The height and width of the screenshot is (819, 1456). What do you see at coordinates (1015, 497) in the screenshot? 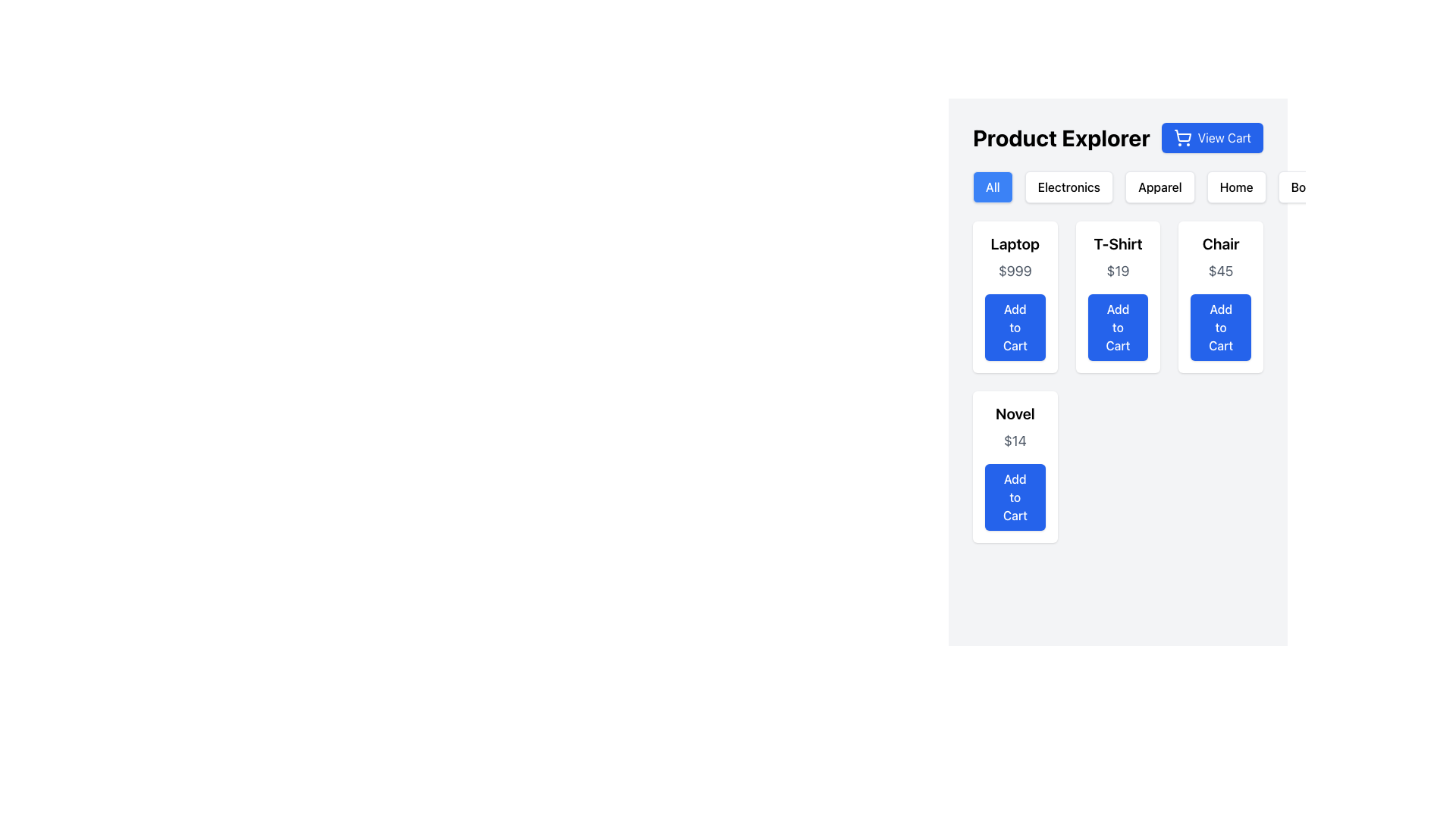
I see `the 'Add to Cart' button for the product 'Novel'` at bounding box center [1015, 497].